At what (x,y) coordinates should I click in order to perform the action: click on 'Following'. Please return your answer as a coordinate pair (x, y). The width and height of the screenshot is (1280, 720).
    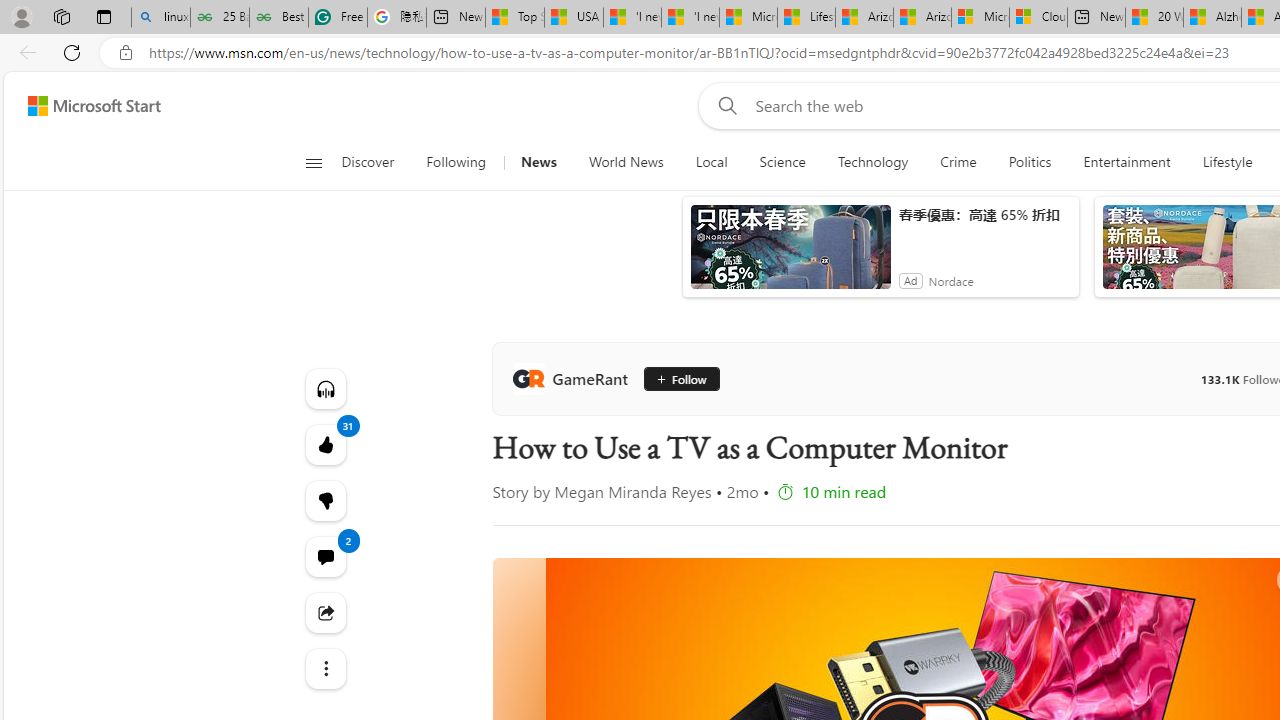
    Looking at the image, I should click on (456, 162).